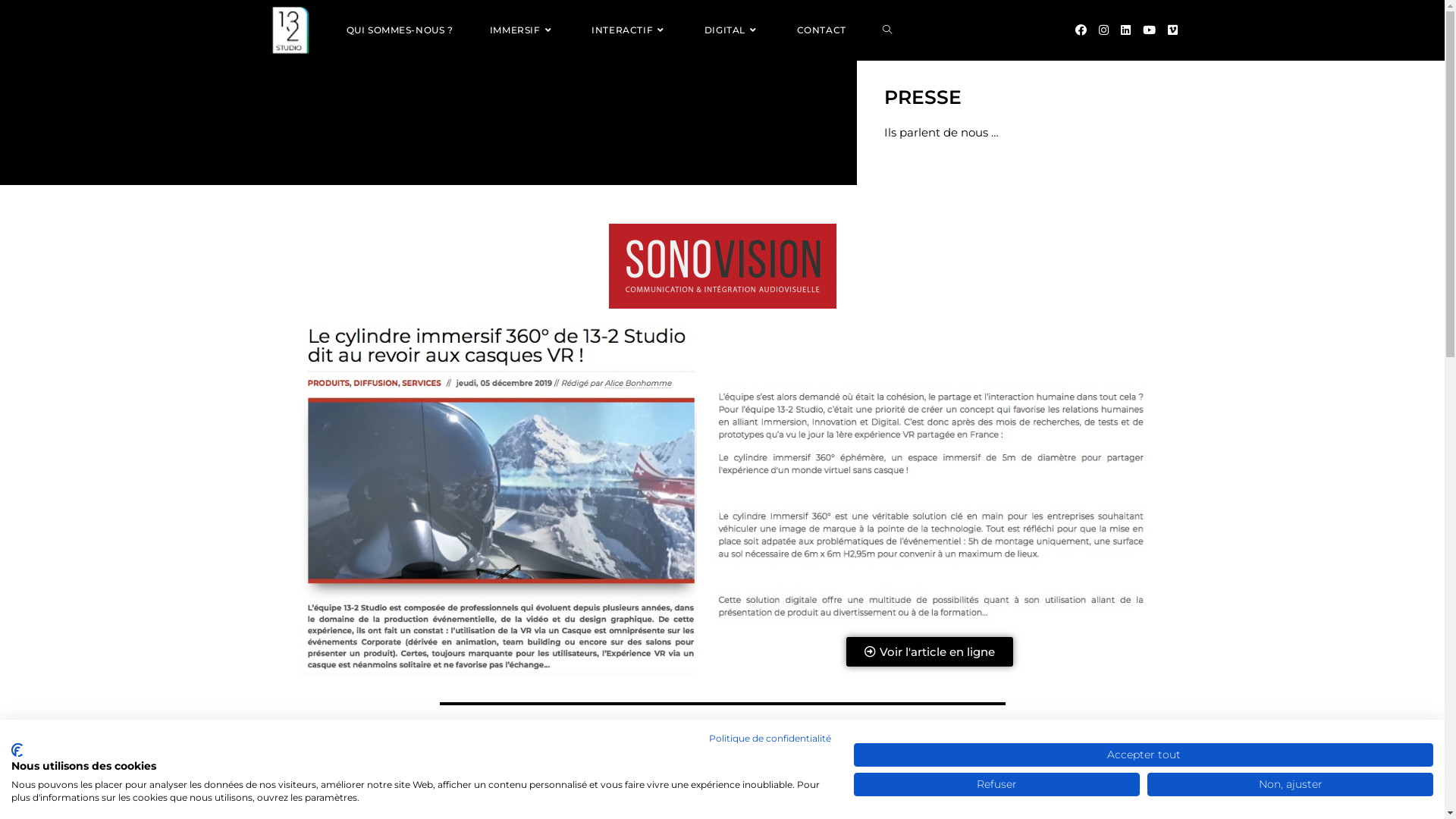 The image size is (1456, 819). Describe the element at coordinates (1289, 784) in the screenshot. I see `'Non, ajuster'` at that location.